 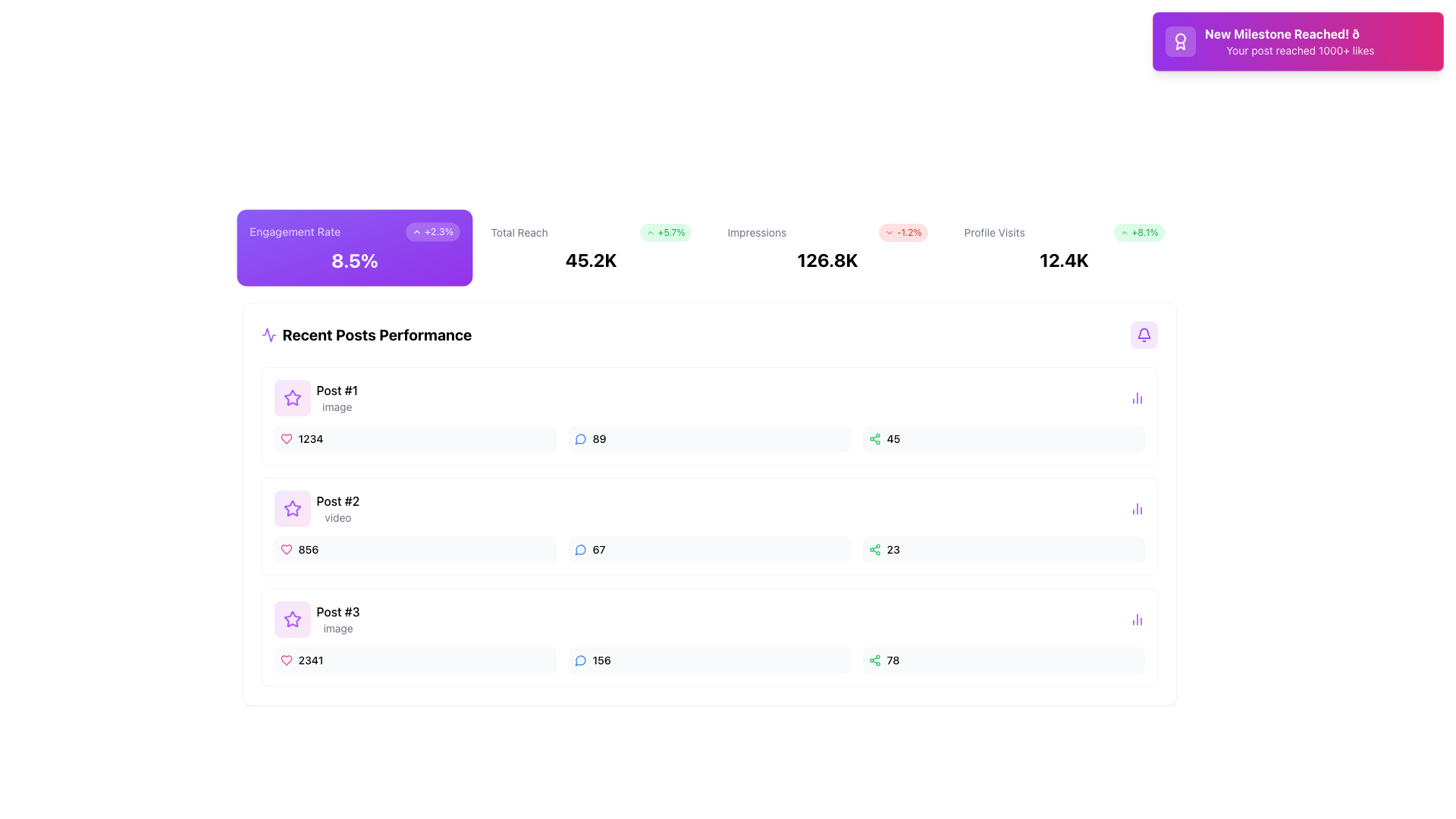 I want to click on the Text label indicating the content type associated with 'Post #2', located below 'Post #2' in the 'Recent Posts Performance' section, so click(x=337, y=516).